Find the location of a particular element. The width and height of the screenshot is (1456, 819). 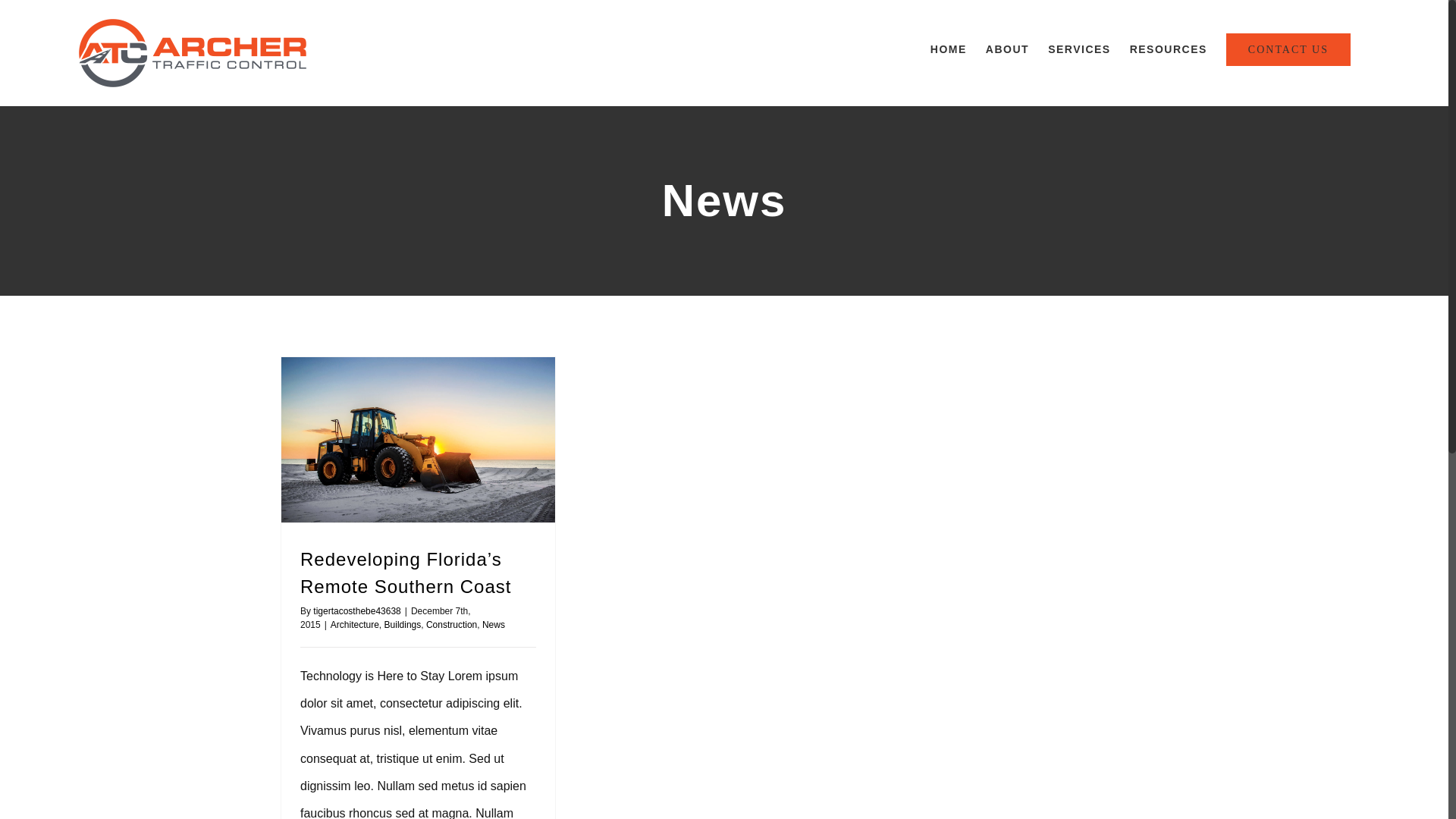

'ABOUT' is located at coordinates (1007, 49).